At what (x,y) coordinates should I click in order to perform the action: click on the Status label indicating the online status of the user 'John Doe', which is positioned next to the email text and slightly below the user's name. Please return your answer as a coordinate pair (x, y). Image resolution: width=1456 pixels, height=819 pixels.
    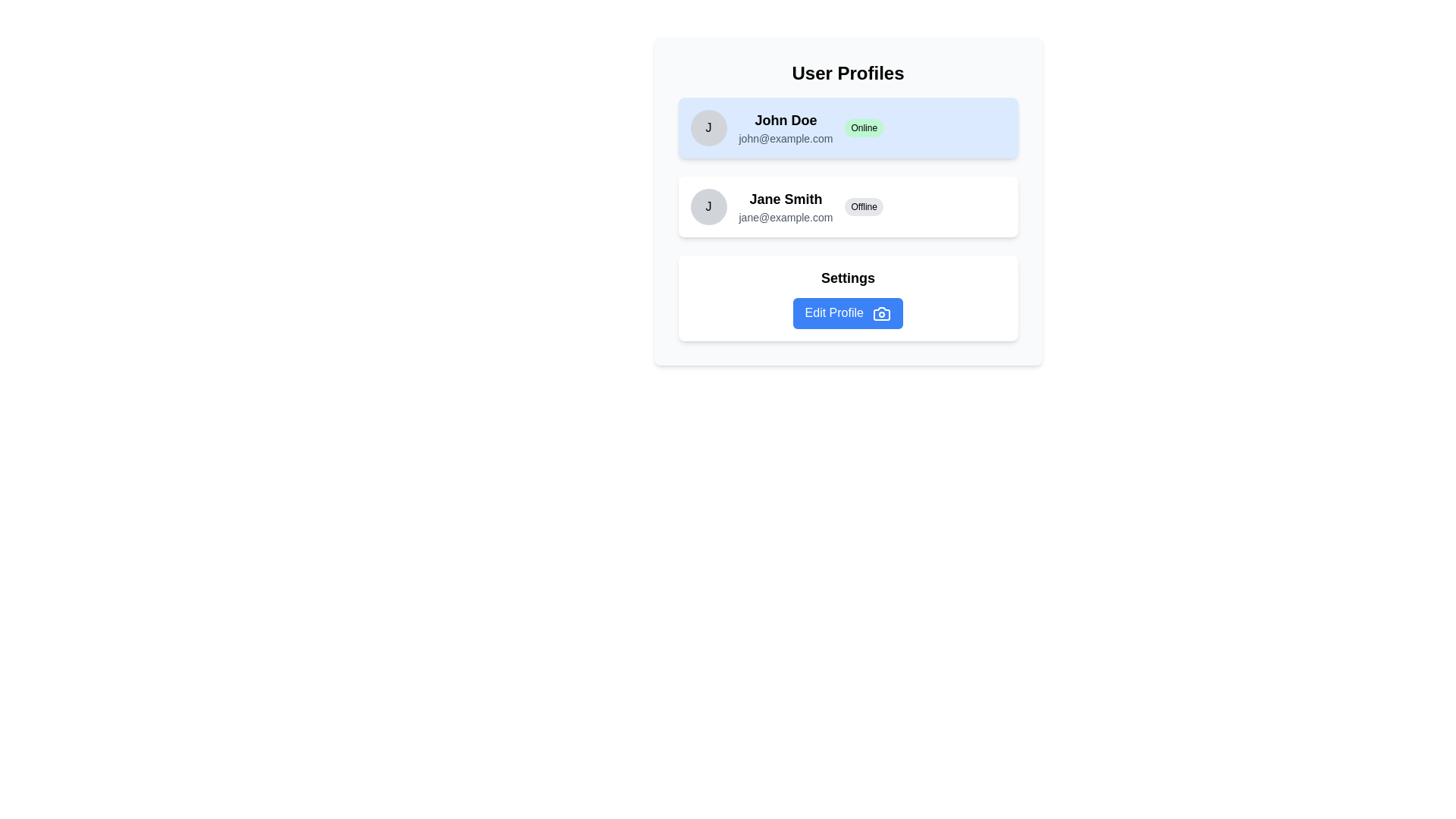
    Looking at the image, I should click on (847, 127).